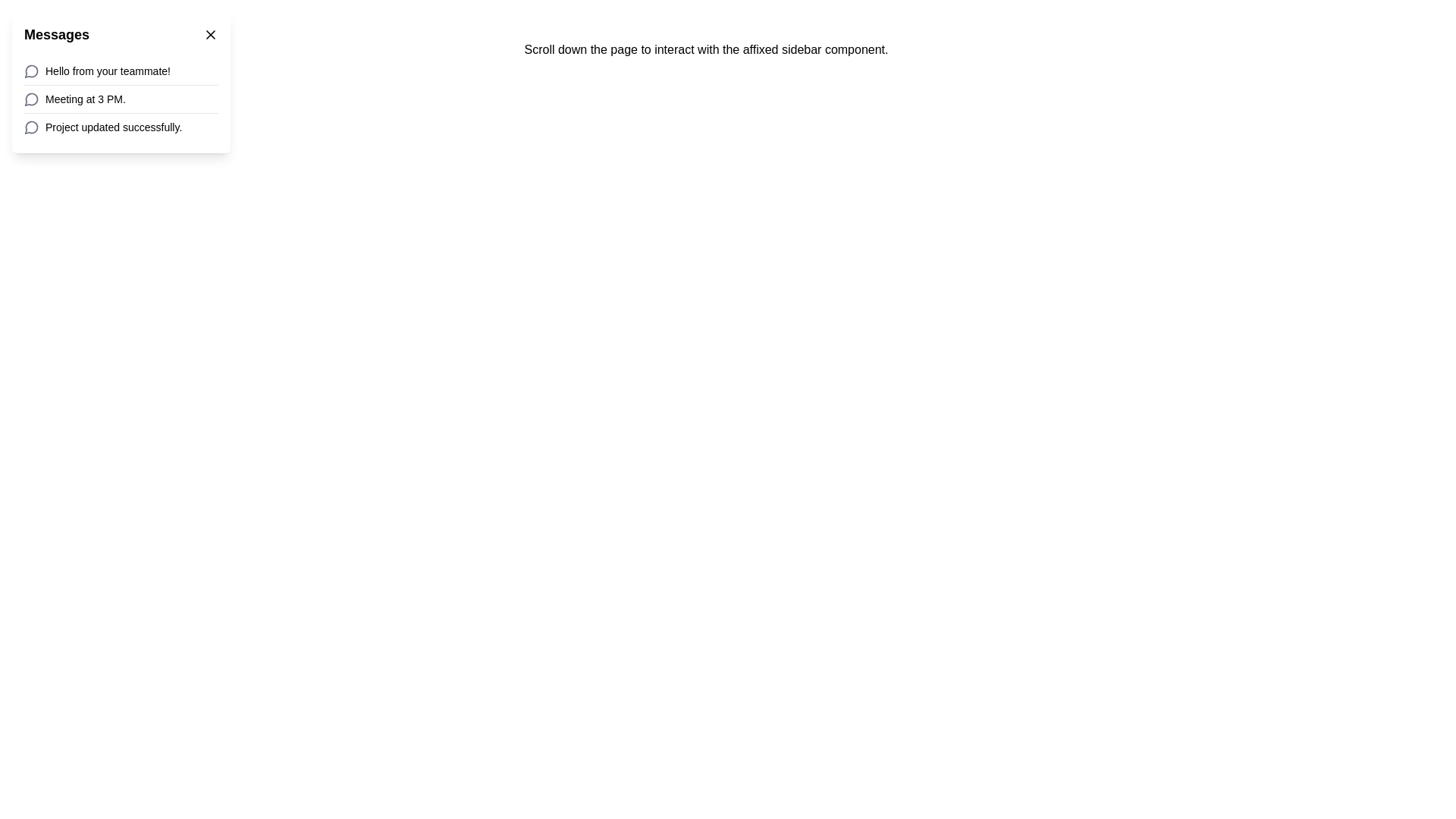  What do you see at coordinates (120, 126) in the screenshot?
I see `notification item indicating a successful project update, located as the third item in the sidebar notification list` at bounding box center [120, 126].